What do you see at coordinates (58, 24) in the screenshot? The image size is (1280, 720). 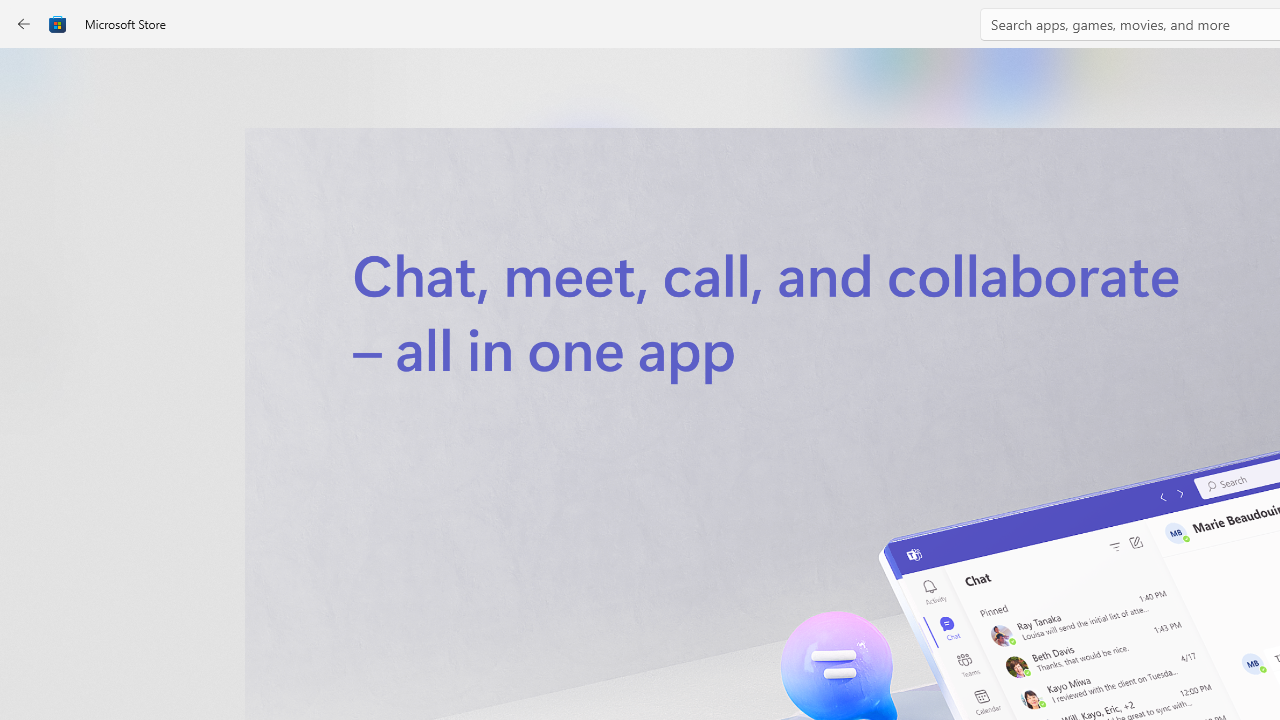 I see `'Class: Image'` at bounding box center [58, 24].